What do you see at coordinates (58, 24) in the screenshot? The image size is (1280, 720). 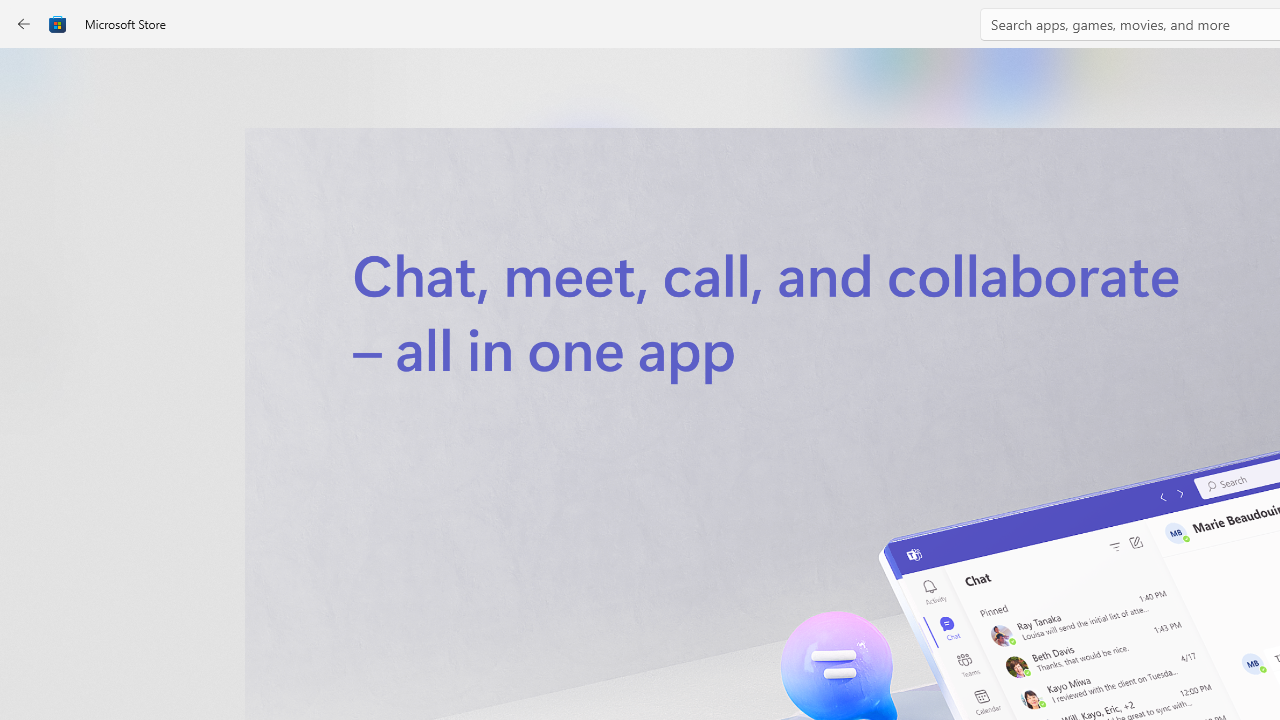 I see `'Class: Image'` at bounding box center [58, 24].